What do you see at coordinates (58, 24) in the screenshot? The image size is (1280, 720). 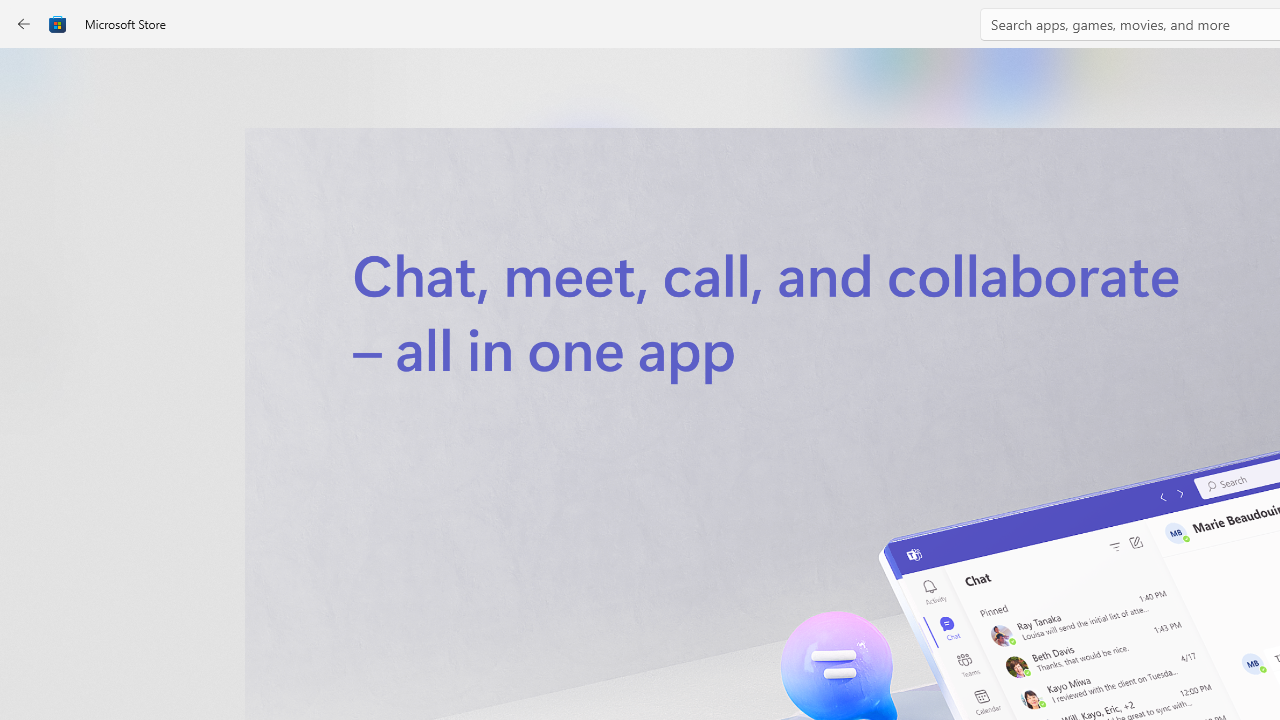 I see `'Class: Image'` at bounding box center [58, 24].